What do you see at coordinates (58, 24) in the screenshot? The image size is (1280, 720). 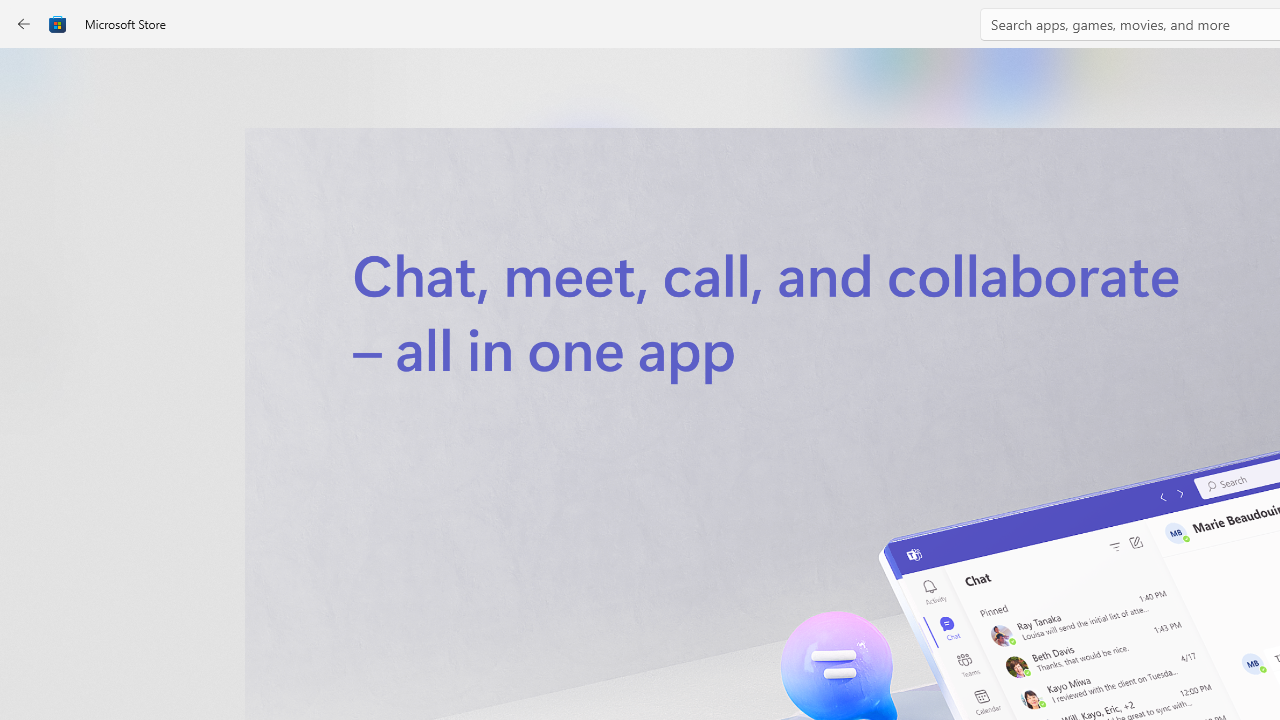 I see `'Class: Image'` at bounding box center [58, 24].